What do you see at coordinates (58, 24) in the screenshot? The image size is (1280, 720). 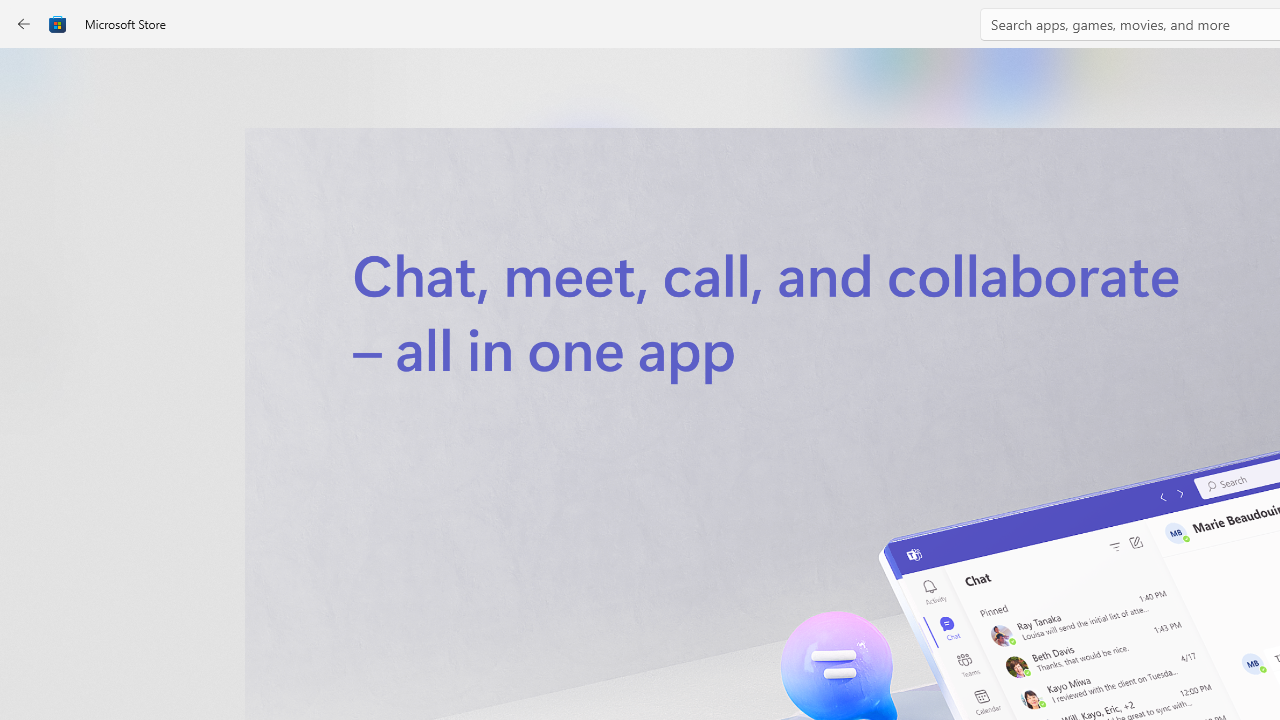 I see `'Class: Image'` at bounding box center [58, 24].